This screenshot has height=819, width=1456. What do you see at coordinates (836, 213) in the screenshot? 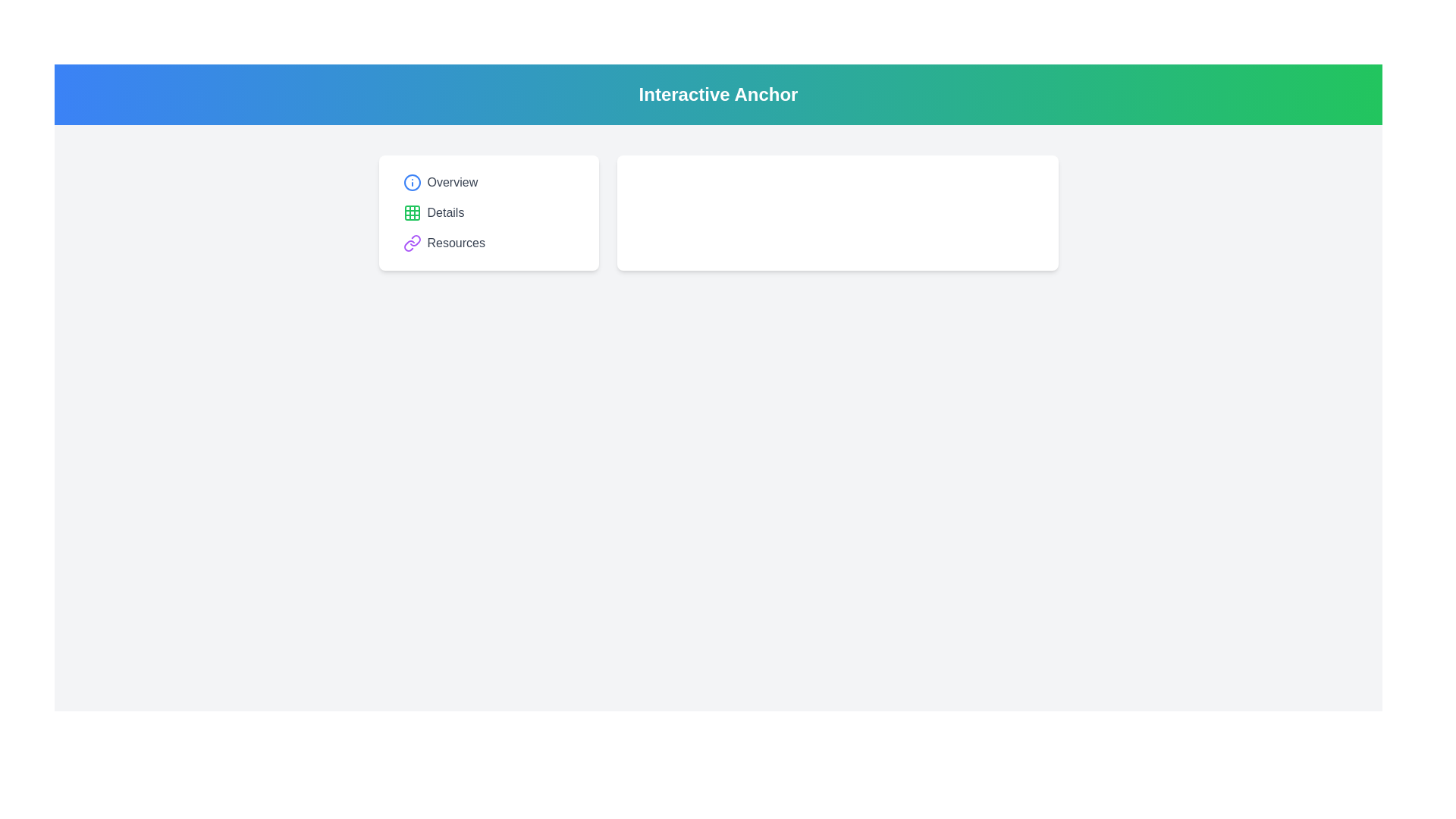
I see `the elements contained within the white rectangular box with rounded corners located in the right section of the interface, adjacent to the left section containing 'Overview', 'Details', and 'Resources'` at bounding box center [836, 213].